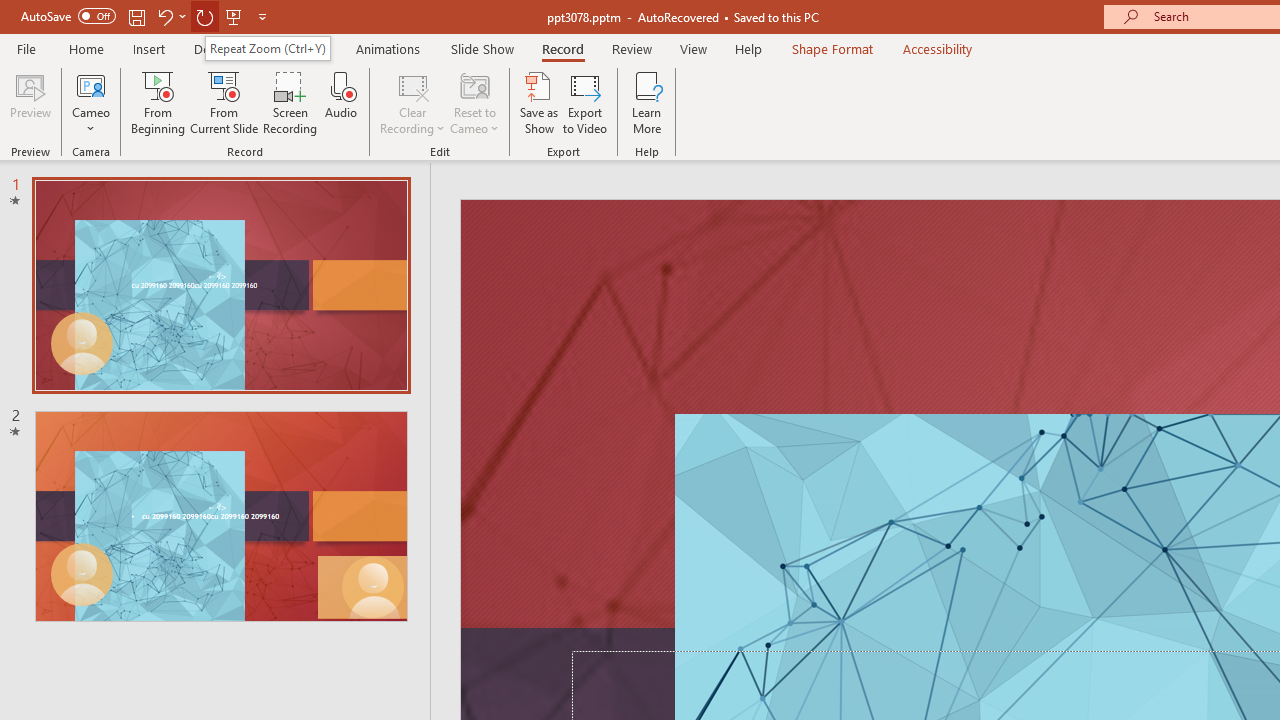  Describe the element at coordinates (411, 103) in the screenshot. I see `'Clear Recording'` at that location.